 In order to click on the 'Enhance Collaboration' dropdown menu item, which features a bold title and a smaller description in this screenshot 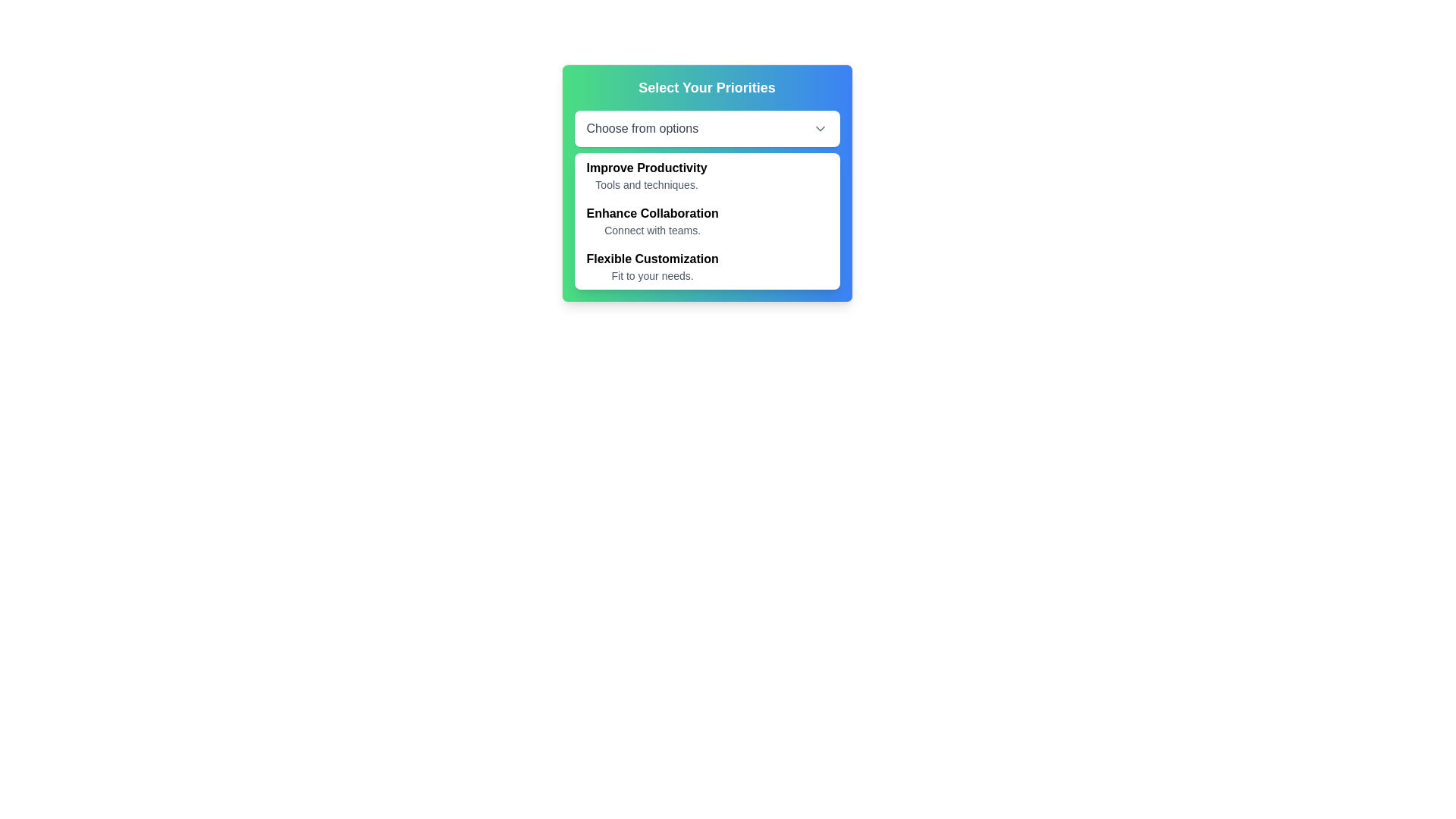, I will do `click(652, 221)`.